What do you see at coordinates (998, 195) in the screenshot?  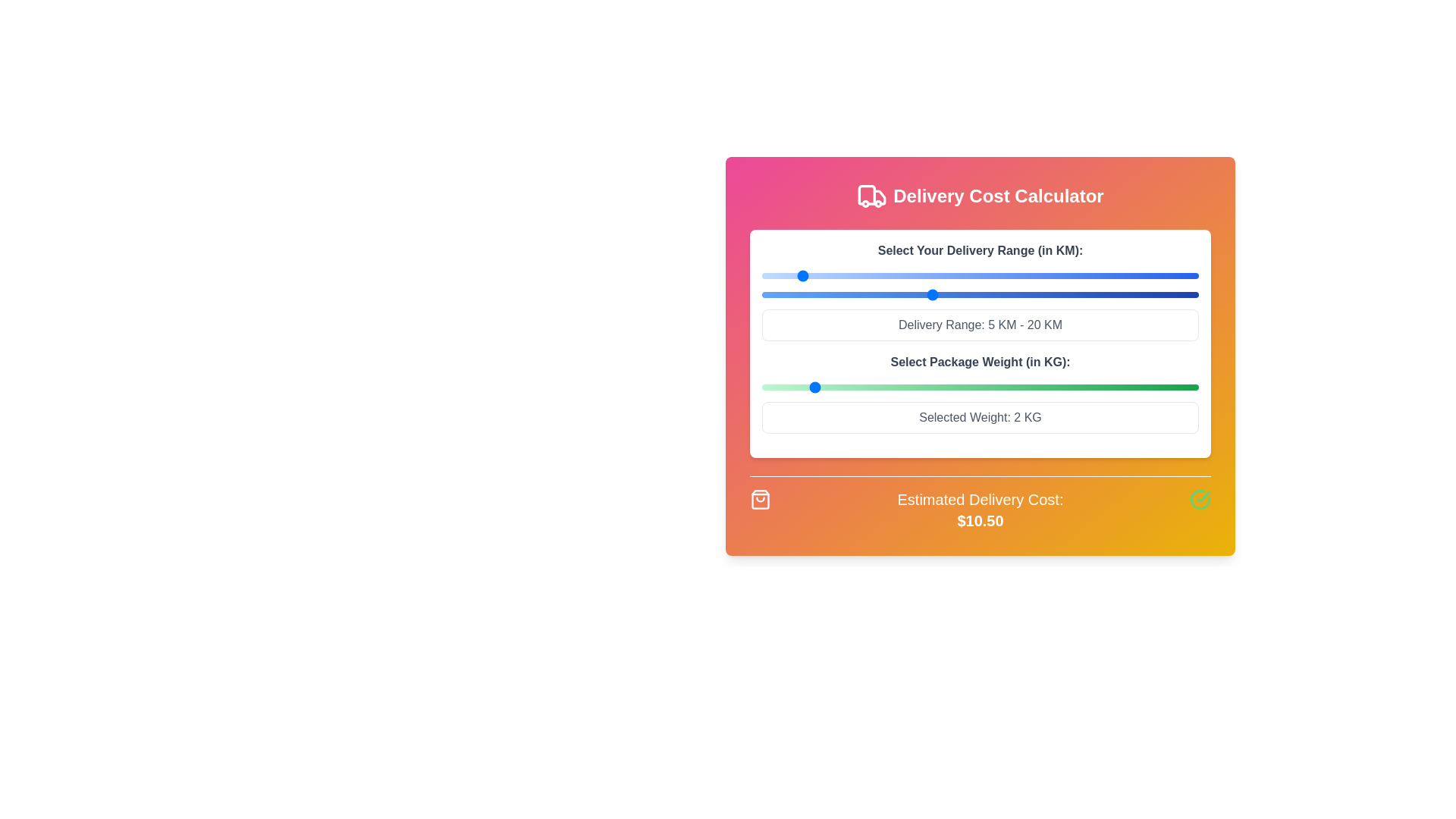 I see `the Text label that serves as a header for the delivery cost calculation section, positioned to the right of a truck icon` at bounding box center [998, 195].